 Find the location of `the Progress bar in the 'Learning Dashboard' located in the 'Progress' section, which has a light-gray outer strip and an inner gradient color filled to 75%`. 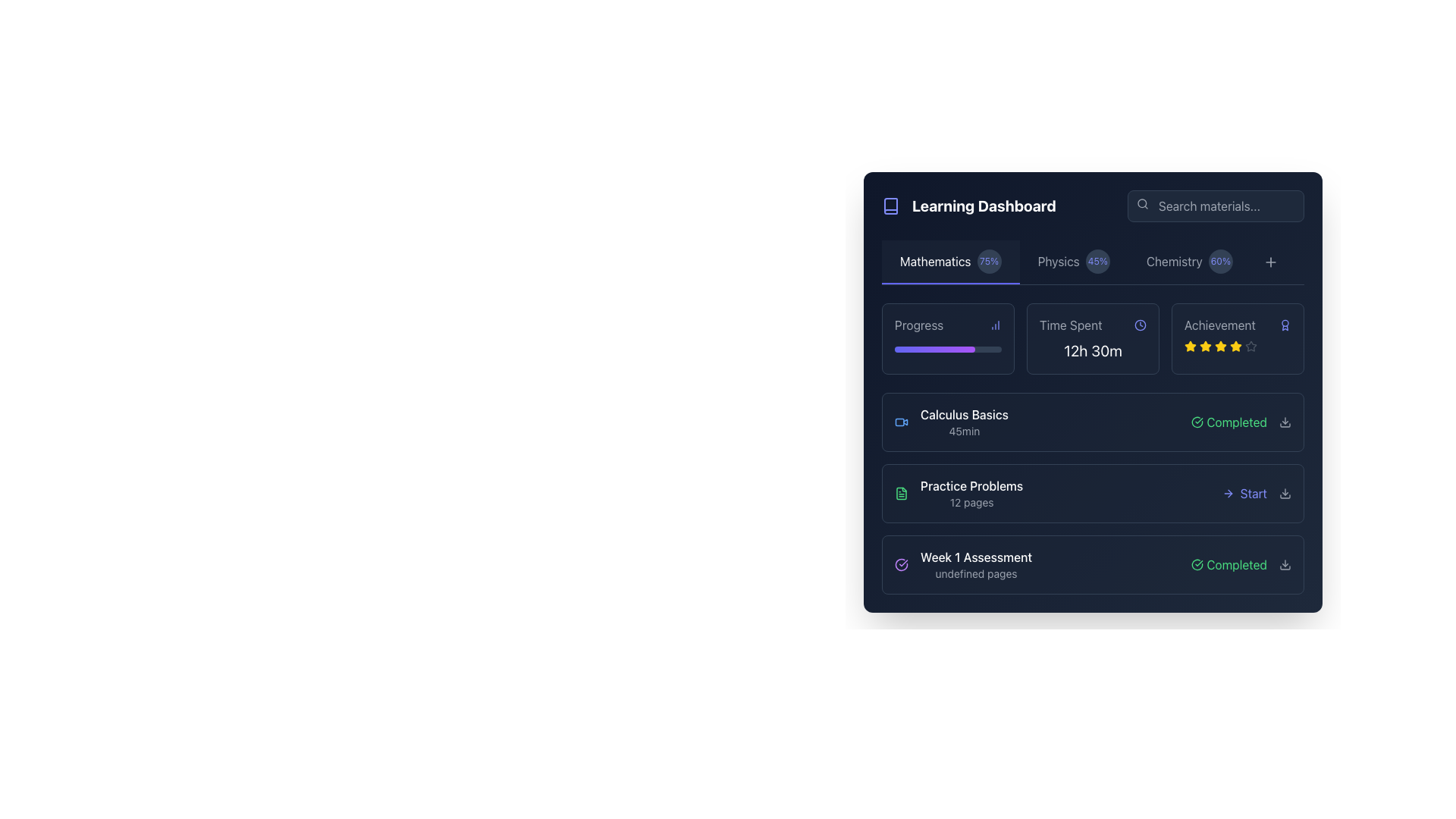

the Progress bar in the 'Learning Dashboard' located in the 'Progress' section, which has a light-gray outer strip and an inner gradient color filled to 75% is located at coordinates (947, 350).